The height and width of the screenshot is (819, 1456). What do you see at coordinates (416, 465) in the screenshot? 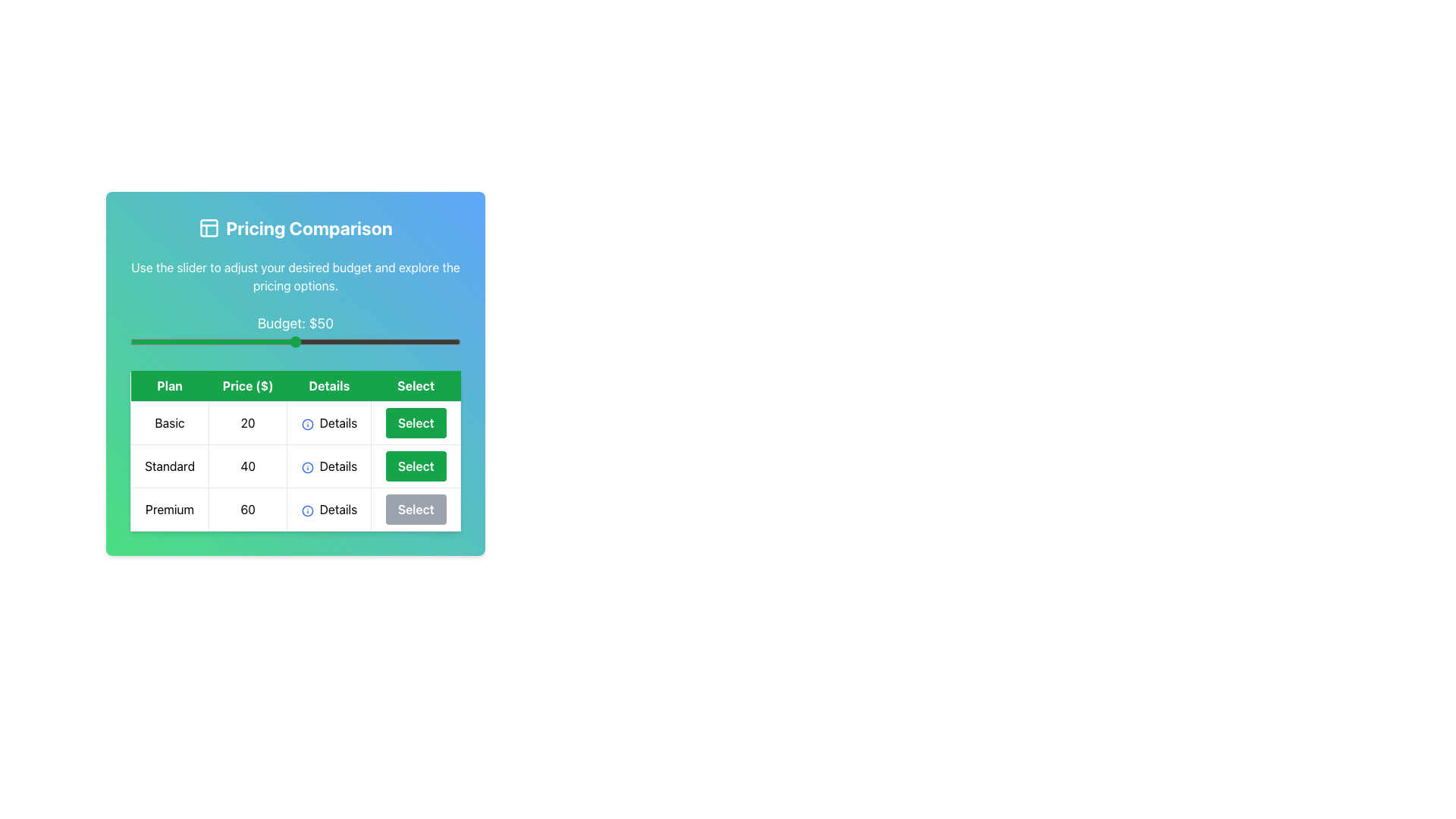
I see `the 'Select' button located in the second row under the 'Select' column of the pricing comparison table` at bounding box center [416, 465].